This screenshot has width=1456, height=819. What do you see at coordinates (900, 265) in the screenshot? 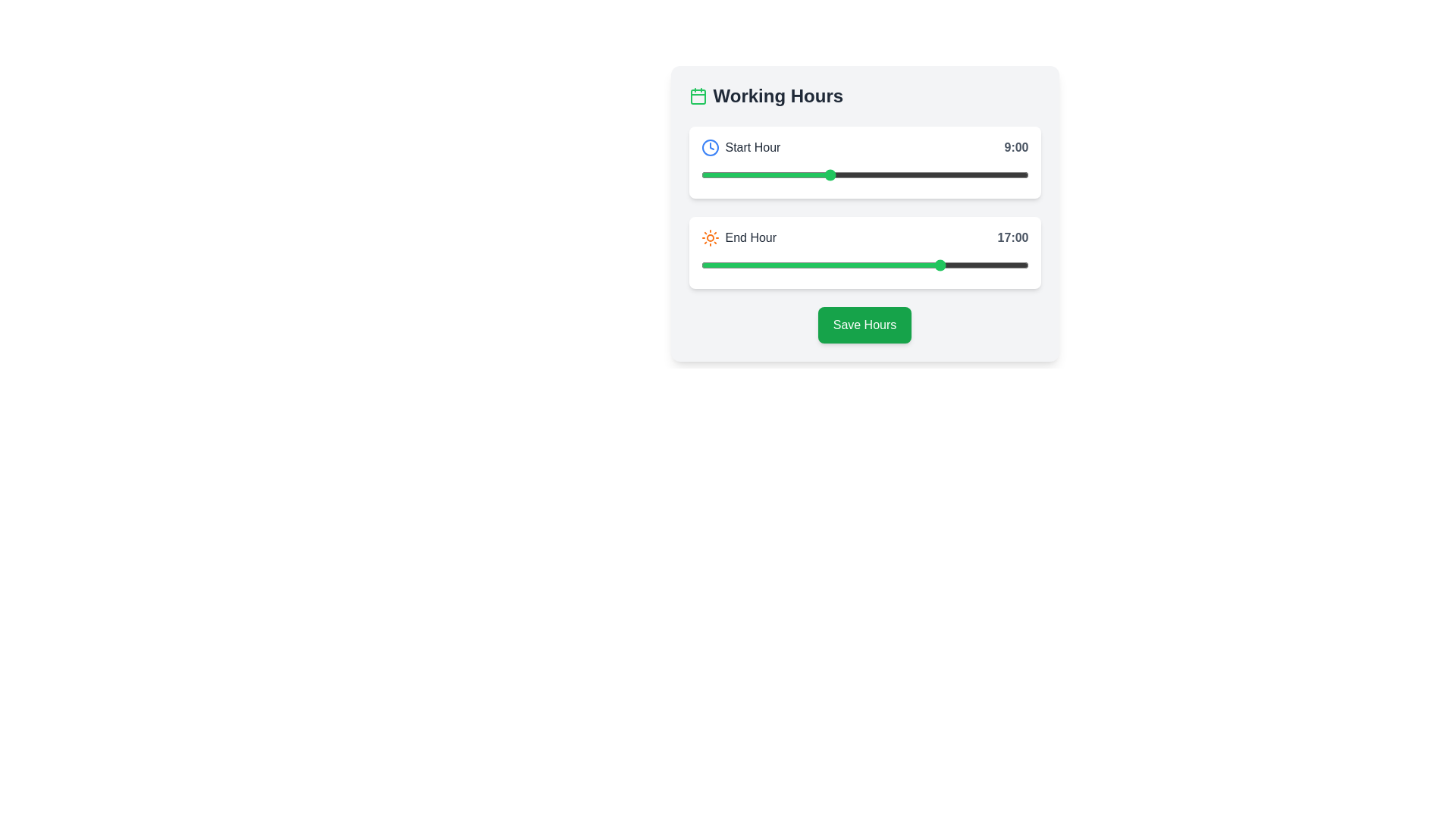
I see `the end hour` at bounding box center [900, 265].